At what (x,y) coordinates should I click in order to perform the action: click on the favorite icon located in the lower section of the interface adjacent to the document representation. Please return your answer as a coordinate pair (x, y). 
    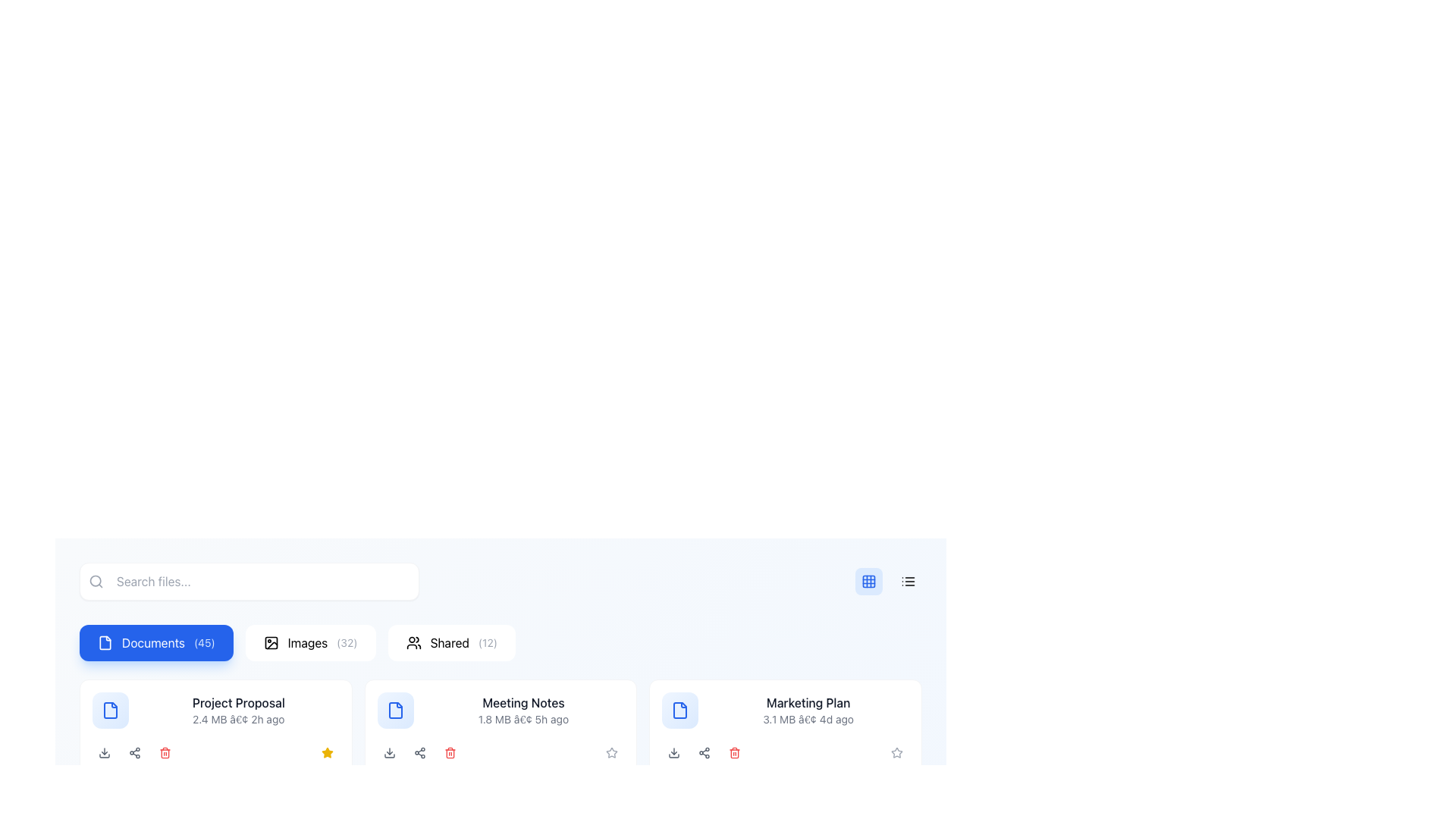
    Looking at the image, I should click on (326, 752).